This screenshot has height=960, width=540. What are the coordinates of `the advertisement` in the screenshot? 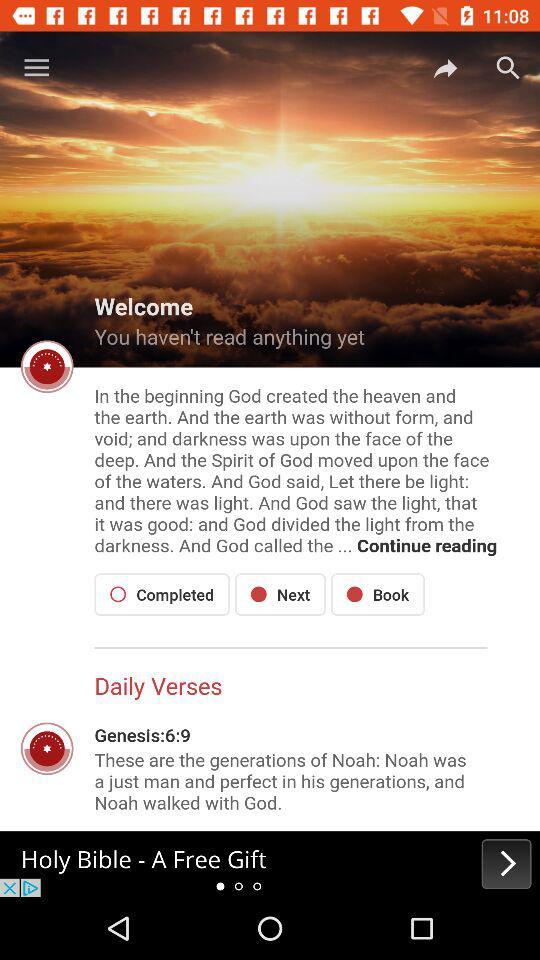 It's located at (270, 863).